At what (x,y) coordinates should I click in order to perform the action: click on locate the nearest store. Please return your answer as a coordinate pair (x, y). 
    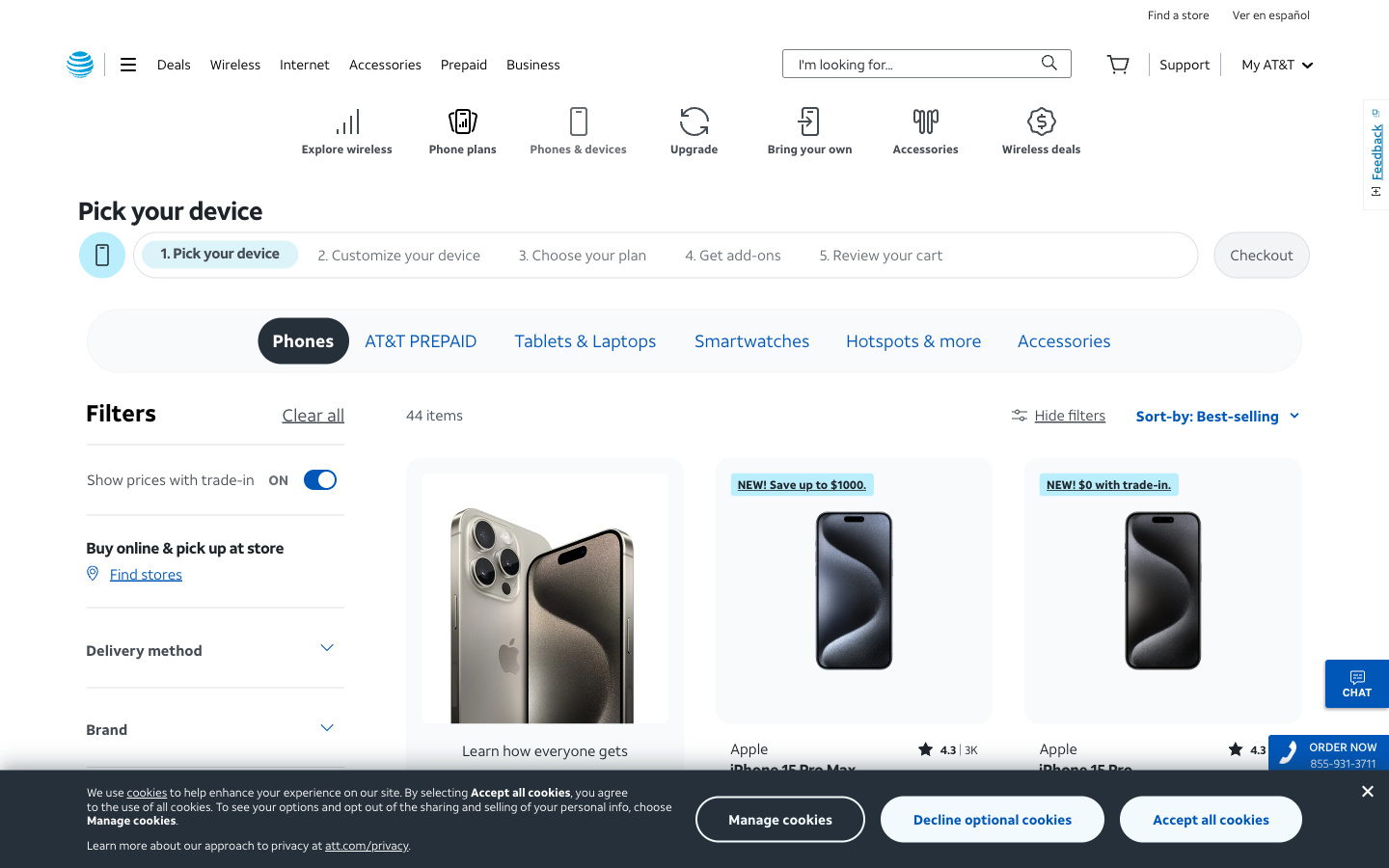
    Looking at the image, I should click on (1177, 14).